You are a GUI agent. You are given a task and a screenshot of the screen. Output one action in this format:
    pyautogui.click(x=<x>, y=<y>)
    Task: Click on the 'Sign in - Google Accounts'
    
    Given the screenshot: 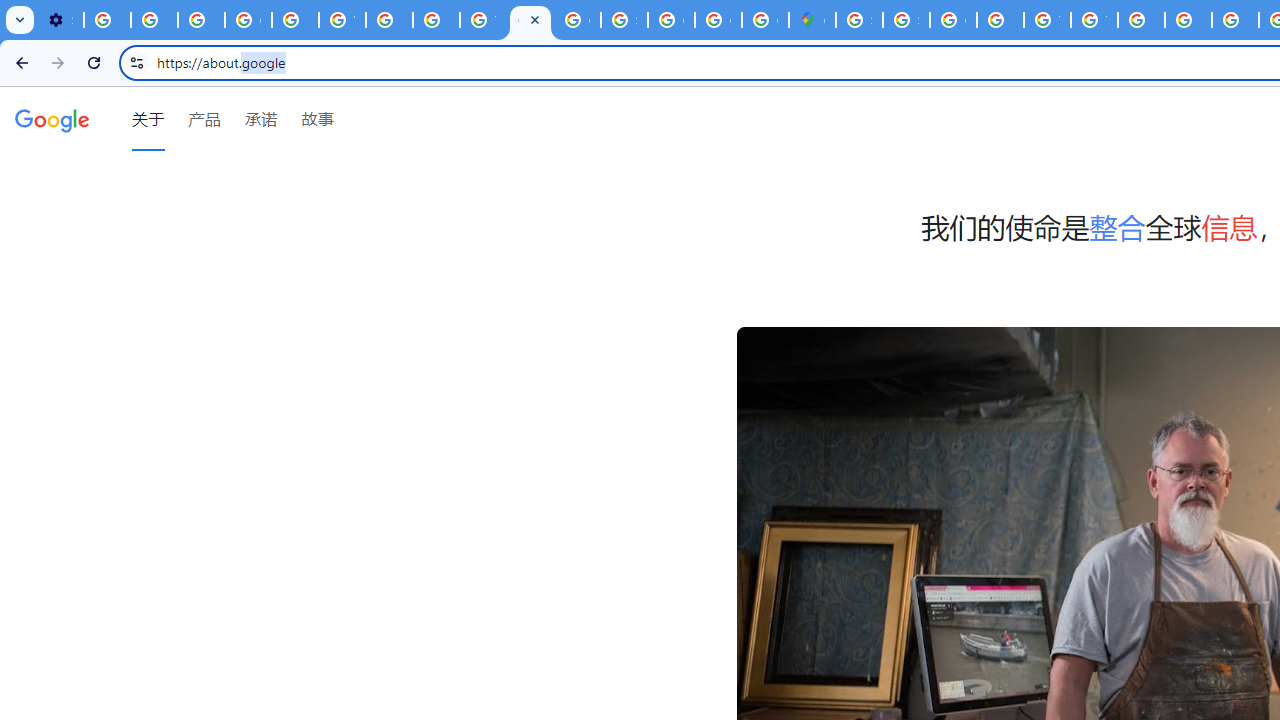 What is the action you would take?
    pyautogui.click(x=859, y=20)
    